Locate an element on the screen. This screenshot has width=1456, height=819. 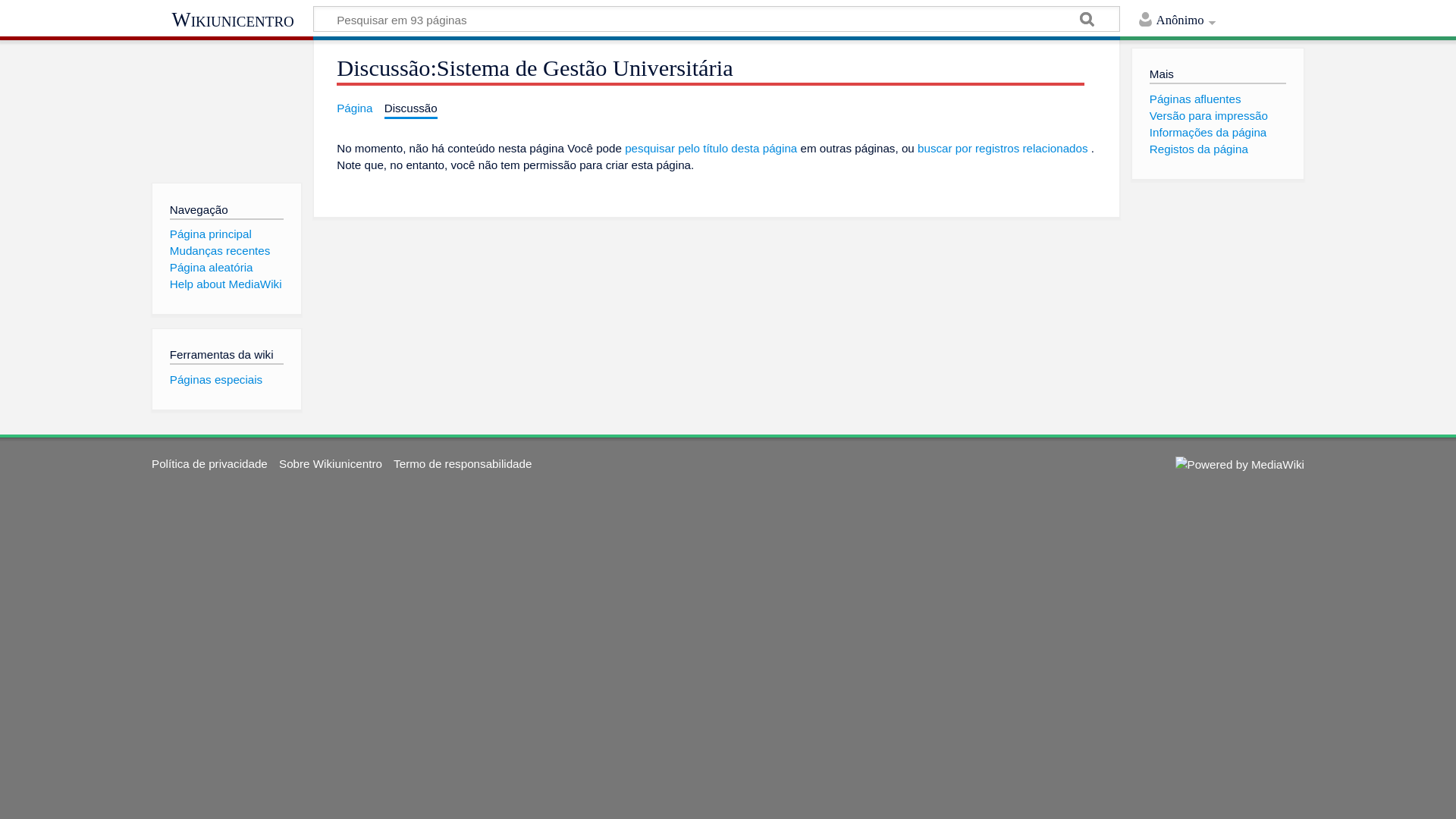
'buscar por registros relacionados' is located at coordinates (1003, 148).